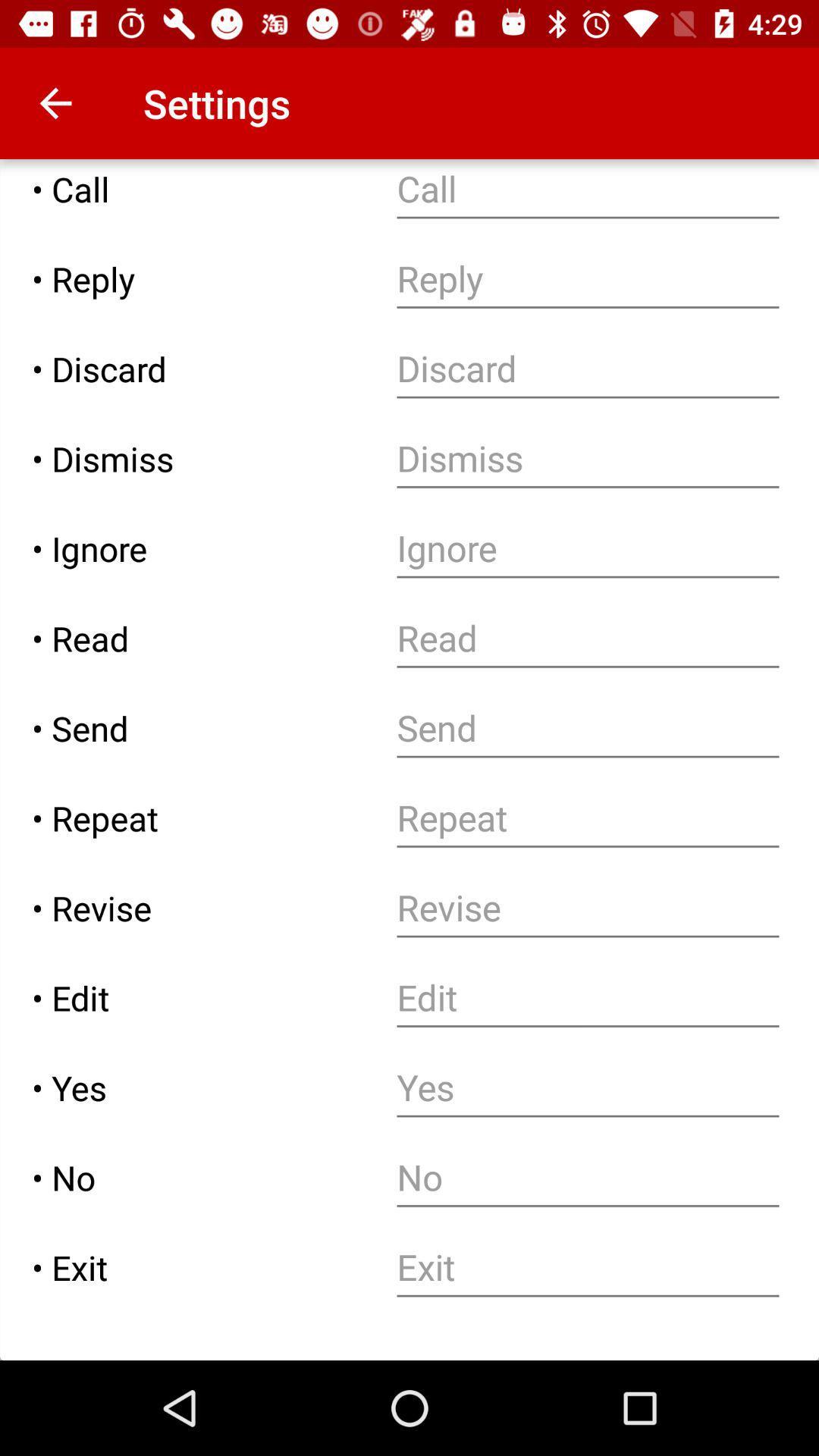 The image size is (819, 1456). I want to click on text box for discard, so click(587, 369).